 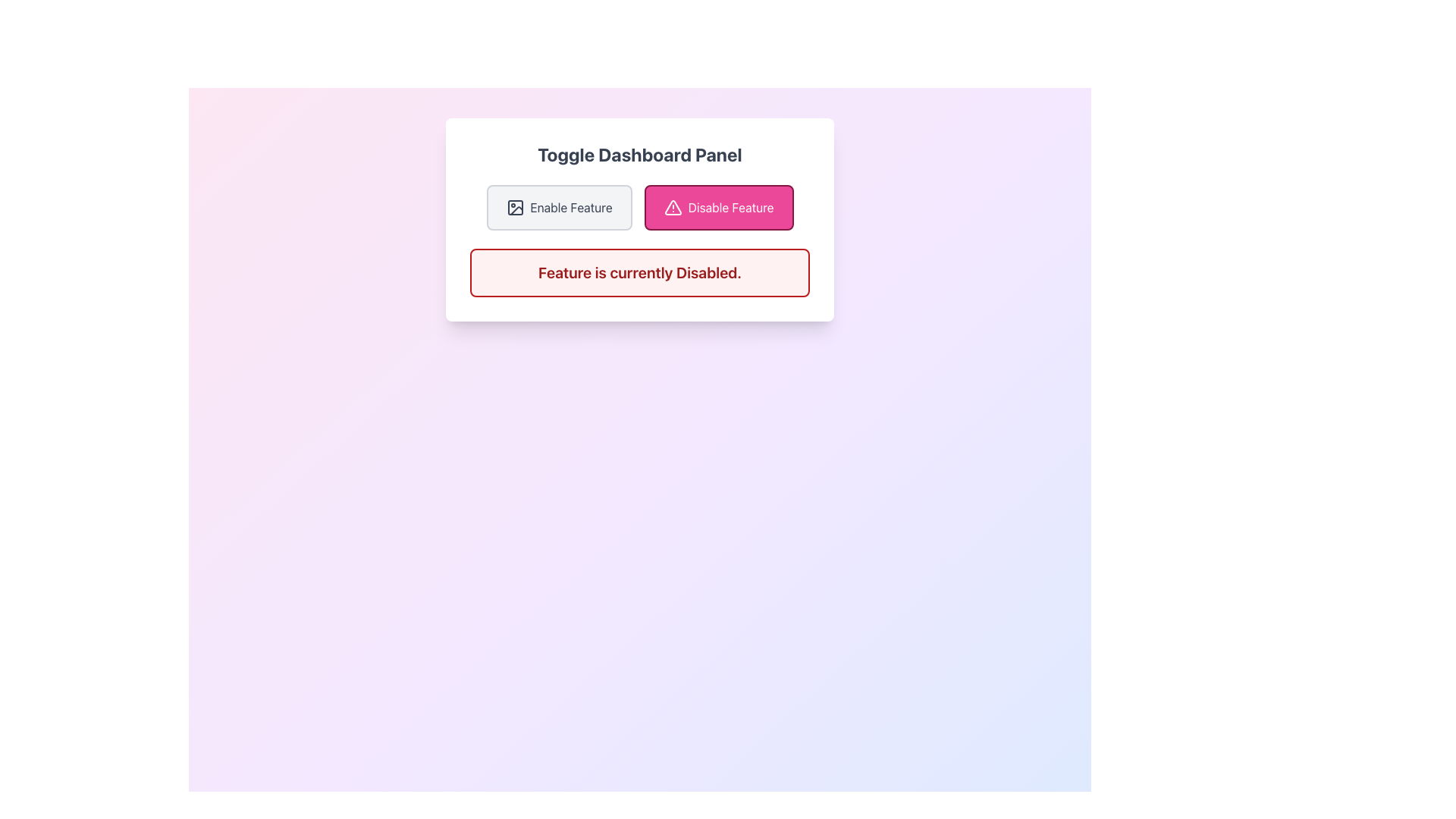 What do you see at coordinates (718, 207) in the screenshot?
I see `the 'Disable Feature' button, which is a rectangular button with rounded corners, pink background, and white text. It is located to the right of the 'Enable Feature' button` at bounding box center [718, 207].